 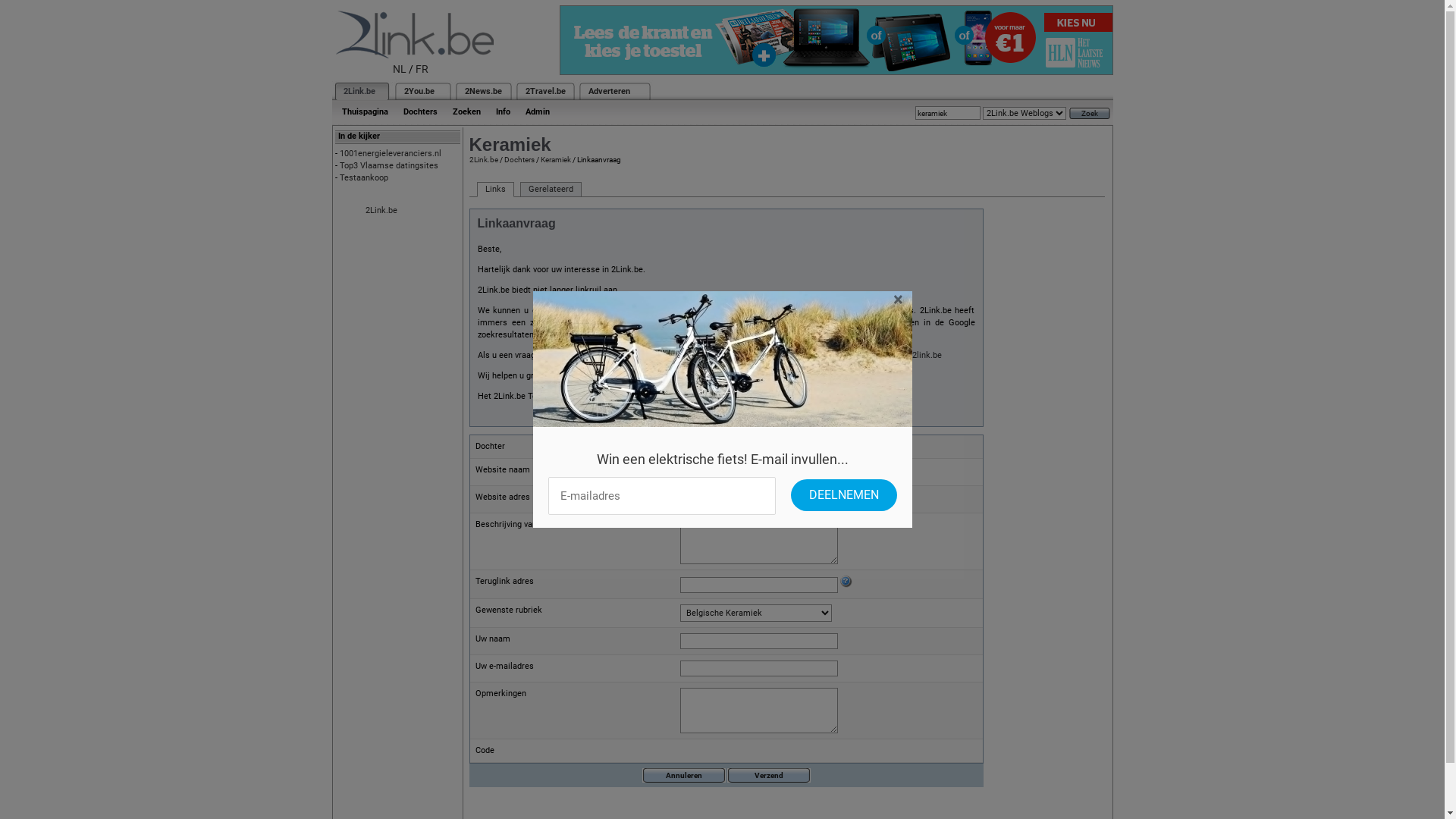 I want to click on '2News.be', so click(x=482, y=91).